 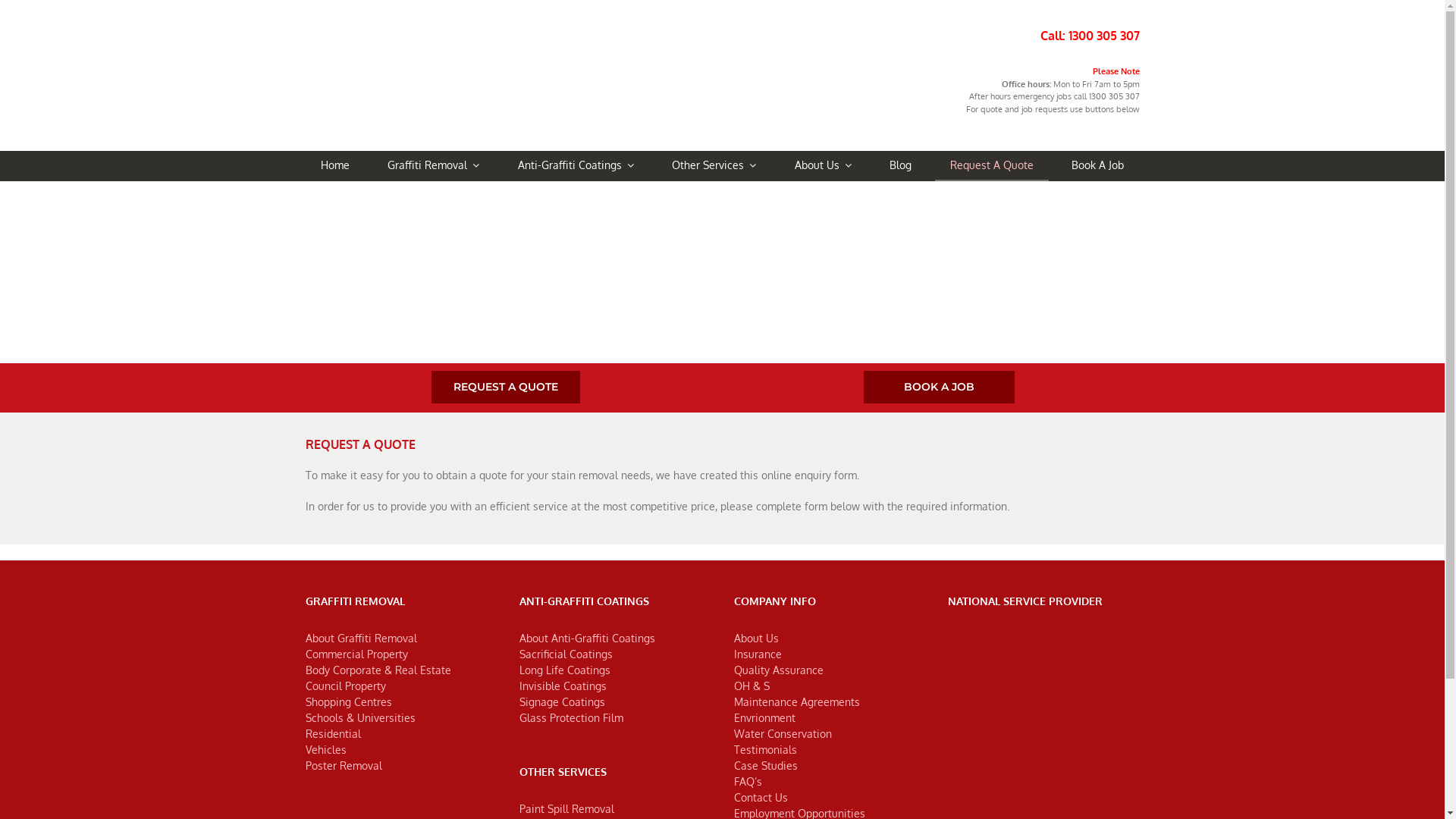 What do you see at coordinates (505, 386) in the screenshot?
I see `'REQUEST A QUOTE'` at bounding box center [505, 386].